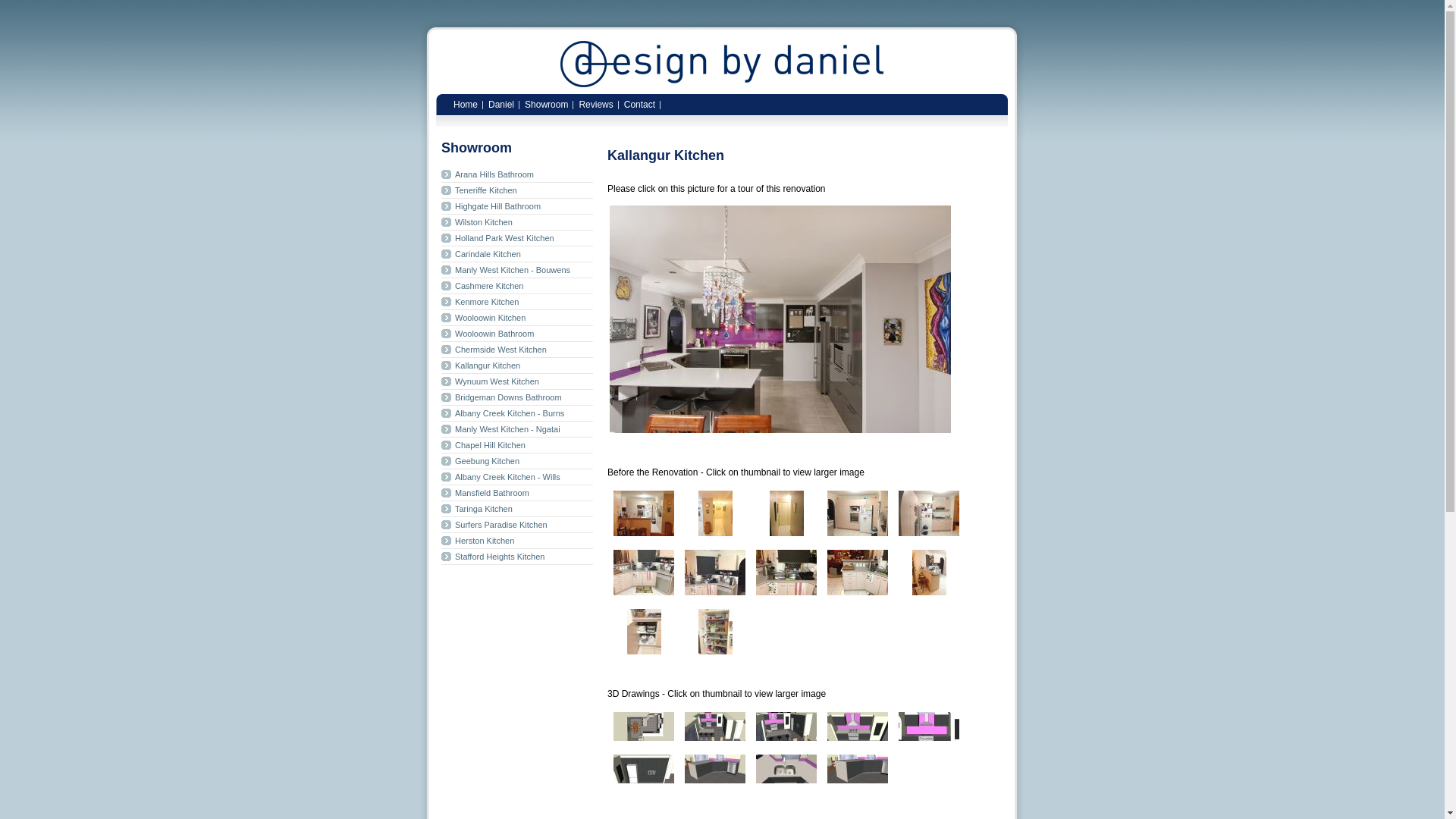 The height and width of the screenshot is (819, 1456). I want to click on 'Manly West Kitchen - Bouwens', so click(516, 269).